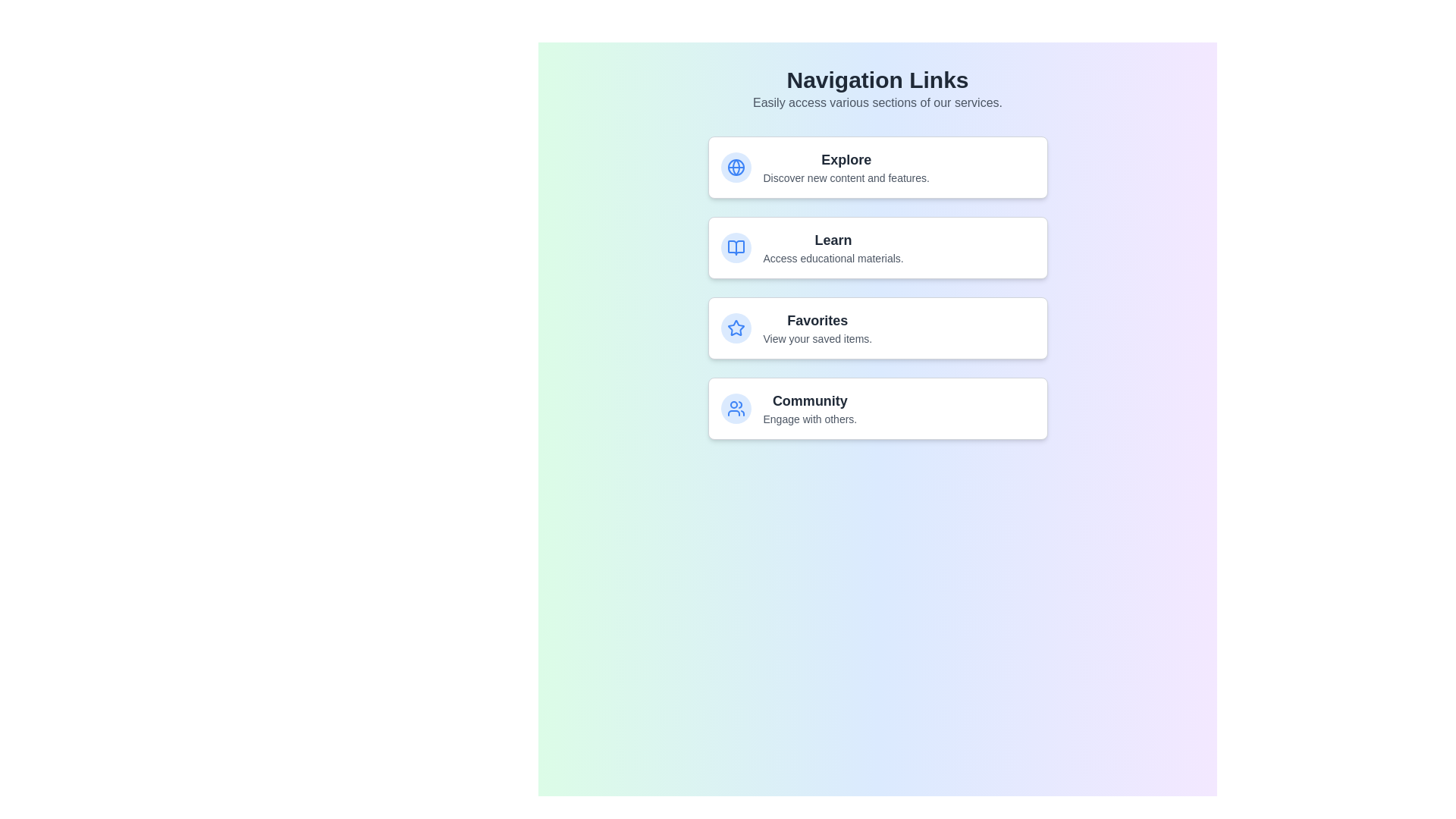 The width and height of the screenshot is (1456, 819). I want to click on the supplementary information text label related to the 'Learn' section, located below the 'Learn' header in the vertical navigation interface, so click(833, 257).